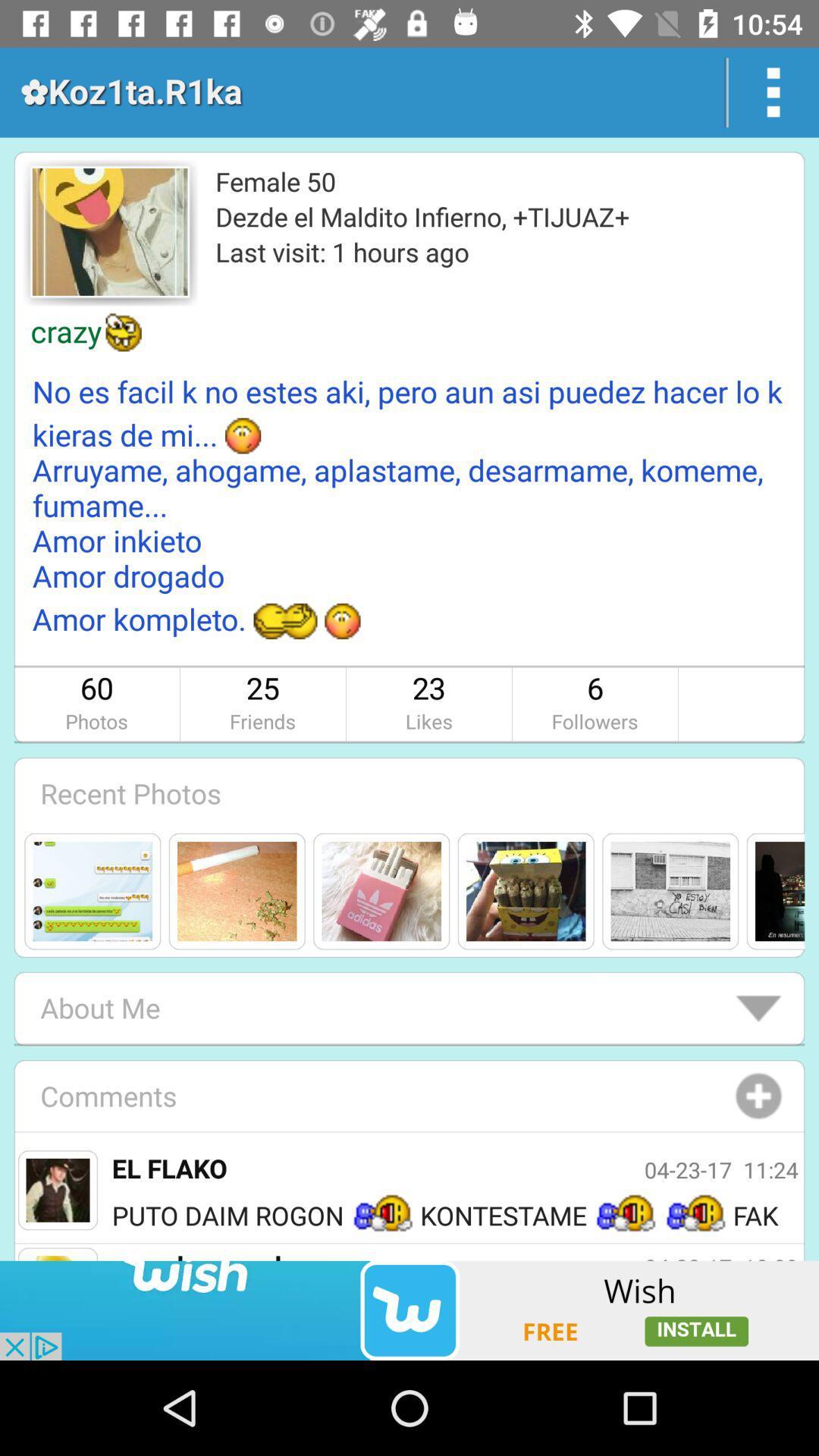 The width and height of the screenshot is (819, 1456). Describe the element at coordinates (758, 1096) in the screenshot. I see `the add icon` at that location.